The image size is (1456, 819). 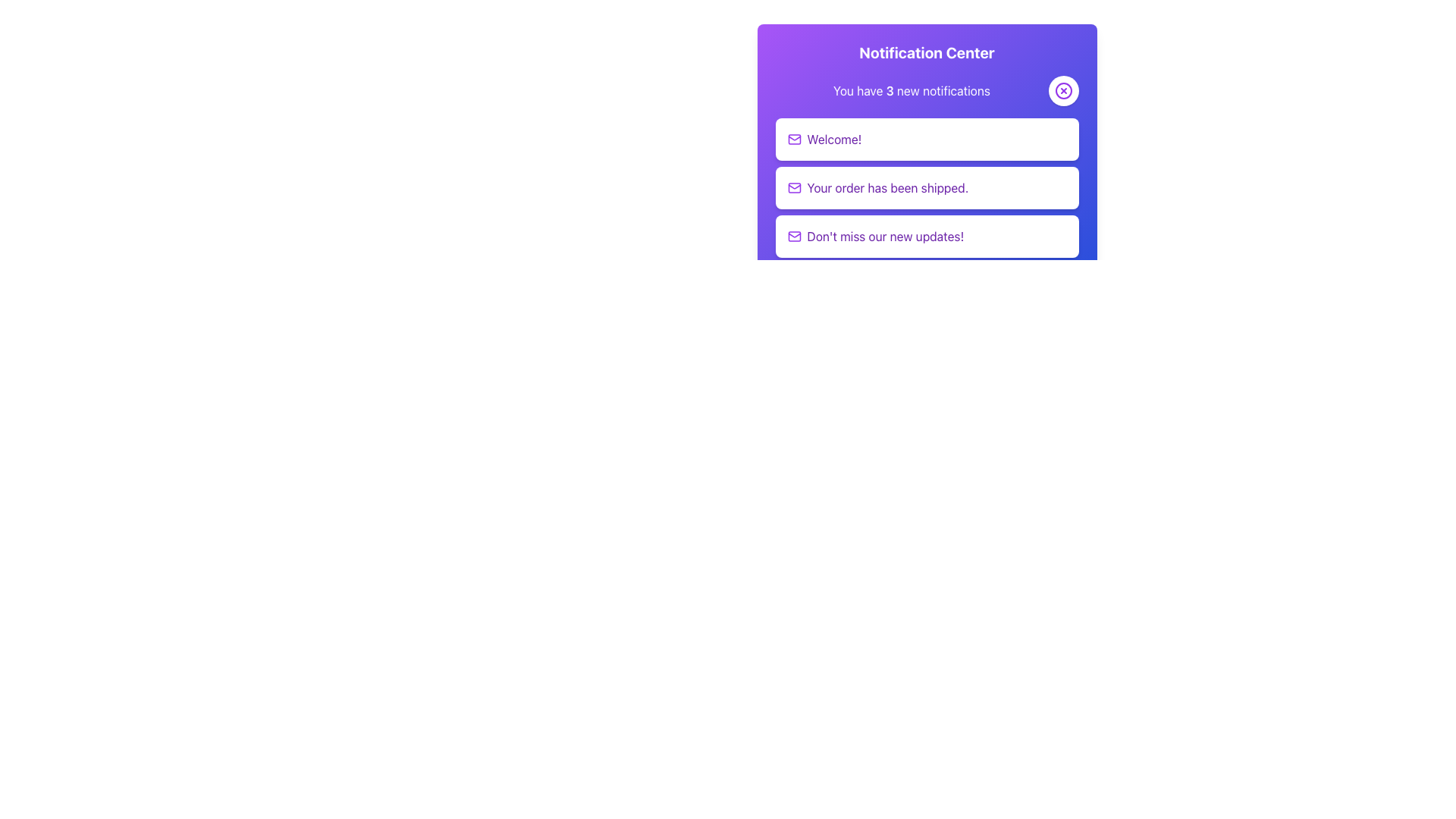 What do you see at coordinates (887, 187) in the screenshot?
I see `text content of the notification card displaying 'Your order has been shipped.' which is centered within a white rectangular card in a purple notification panel` at bounding box center [887, 187].